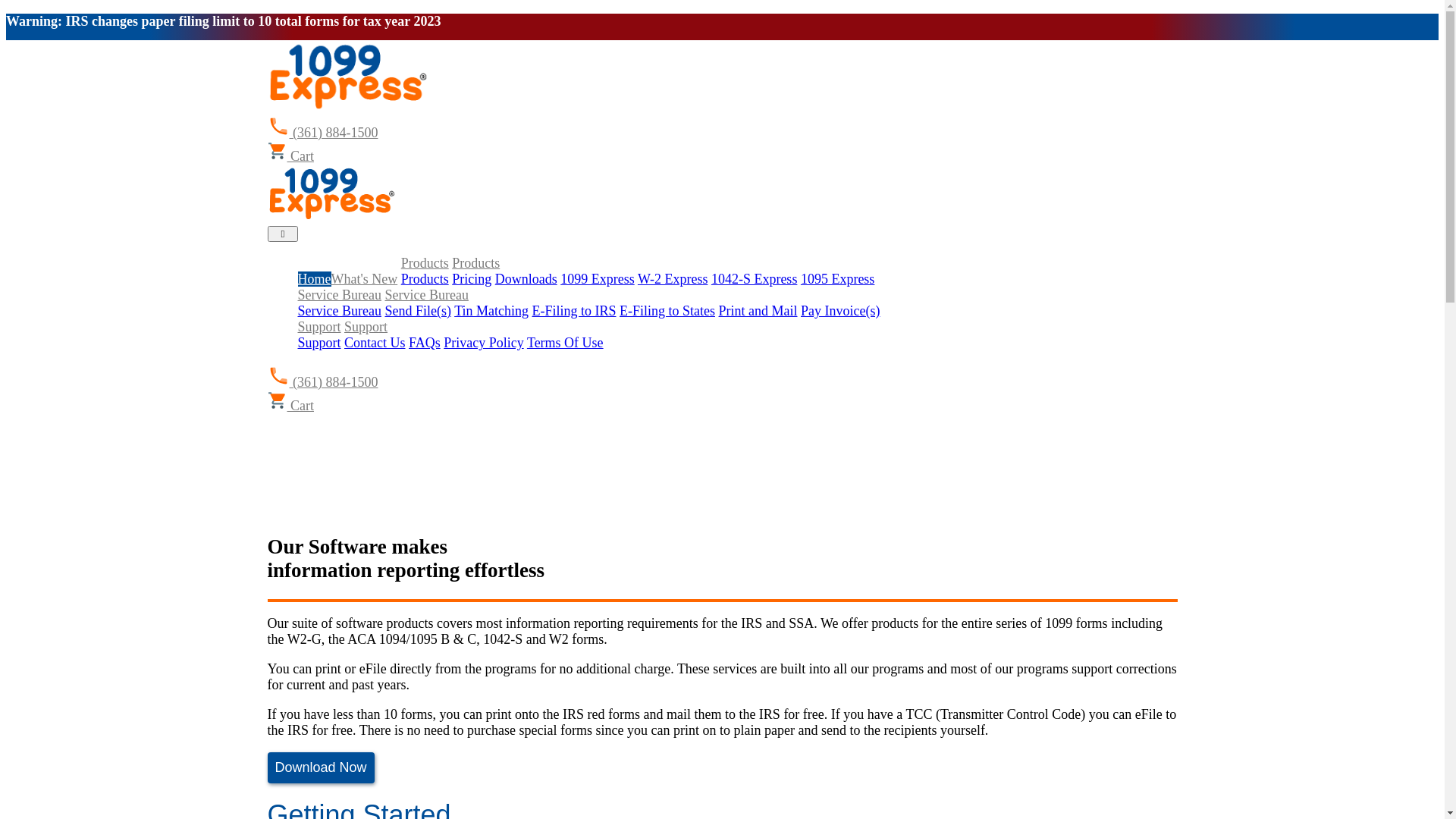 The height and width of the screenshot is (819, 1456). I want to click on 'Products', so click(475, 262).